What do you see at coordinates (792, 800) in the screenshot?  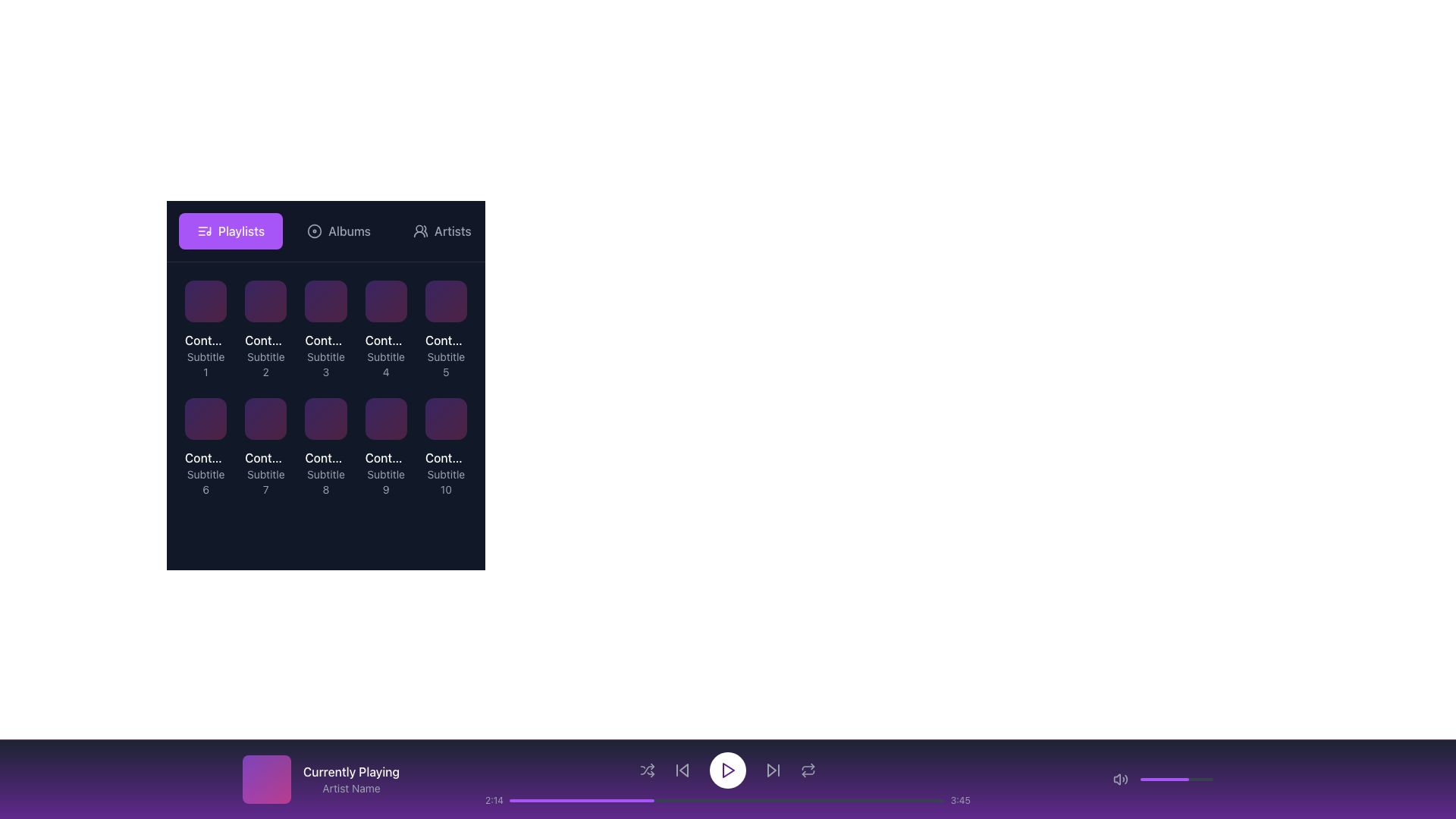 I see `progress` at bounding box center [792, 800].